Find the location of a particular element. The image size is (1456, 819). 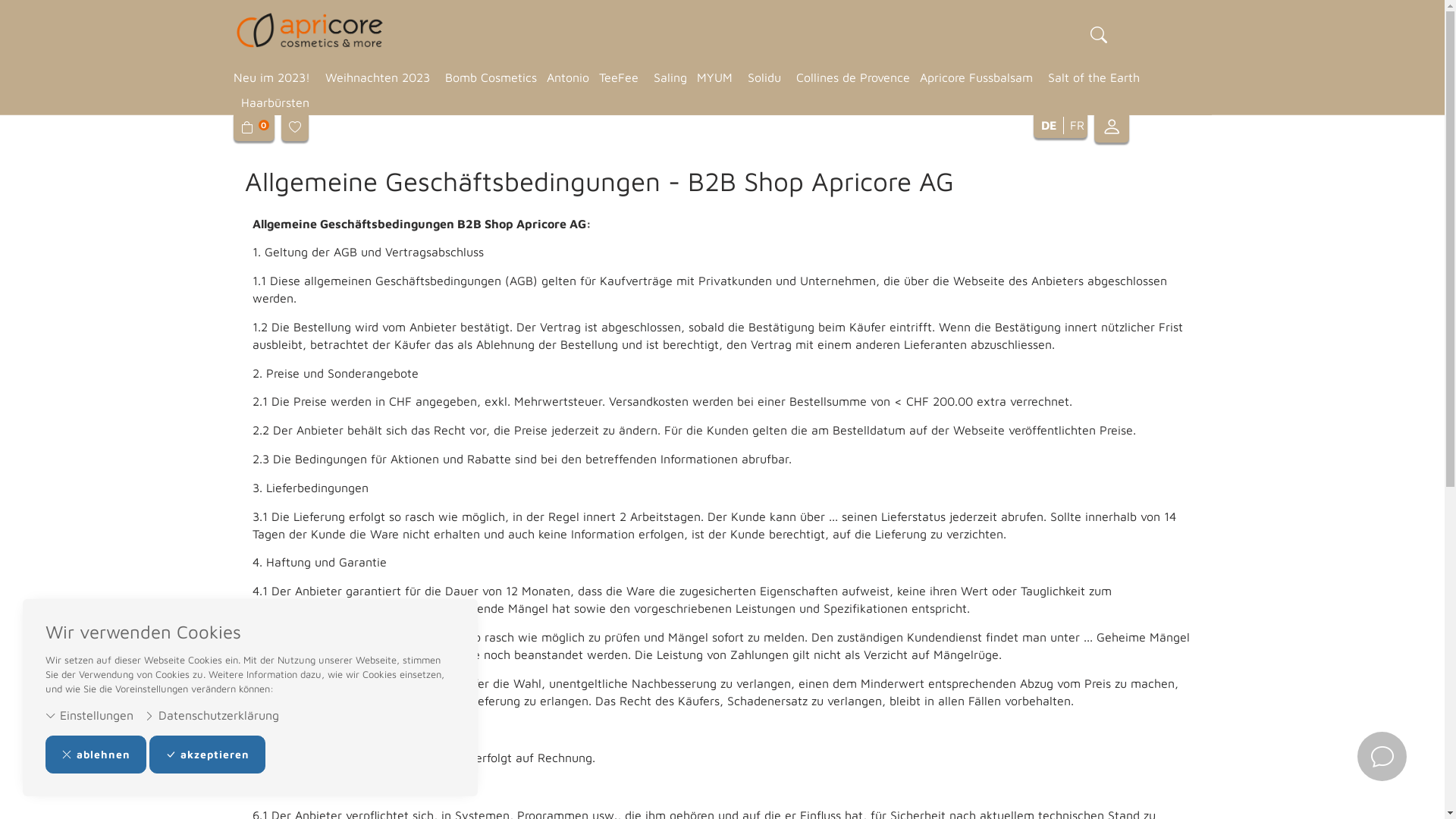

'Bomb Cosmetics' is located at coordinates (488, 77).